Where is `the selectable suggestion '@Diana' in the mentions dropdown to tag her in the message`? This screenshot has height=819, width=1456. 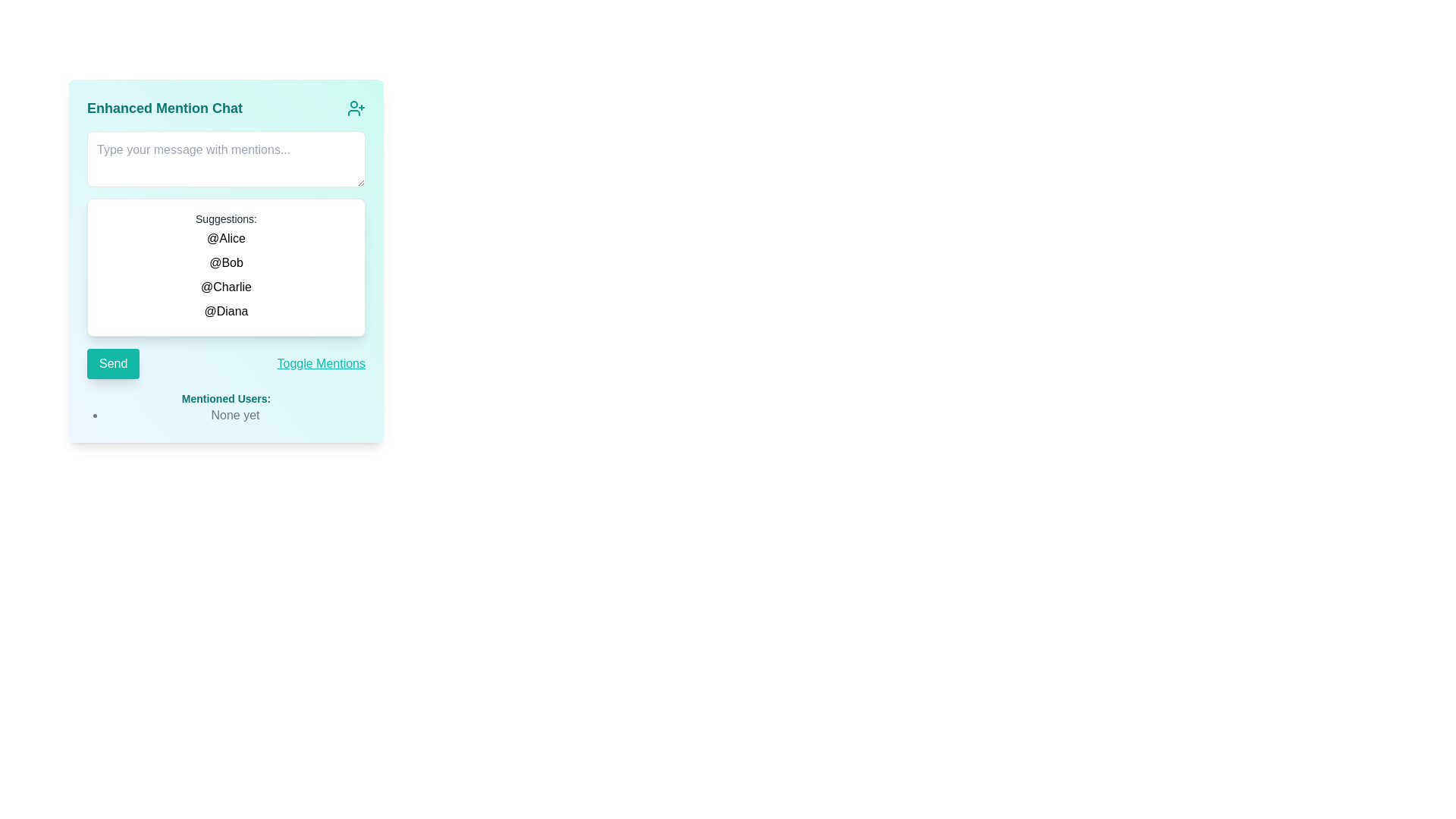 the selectable suggestion '@Diana' in the mentions dropdown to tag her in the message is located at coordinates (225, 311).